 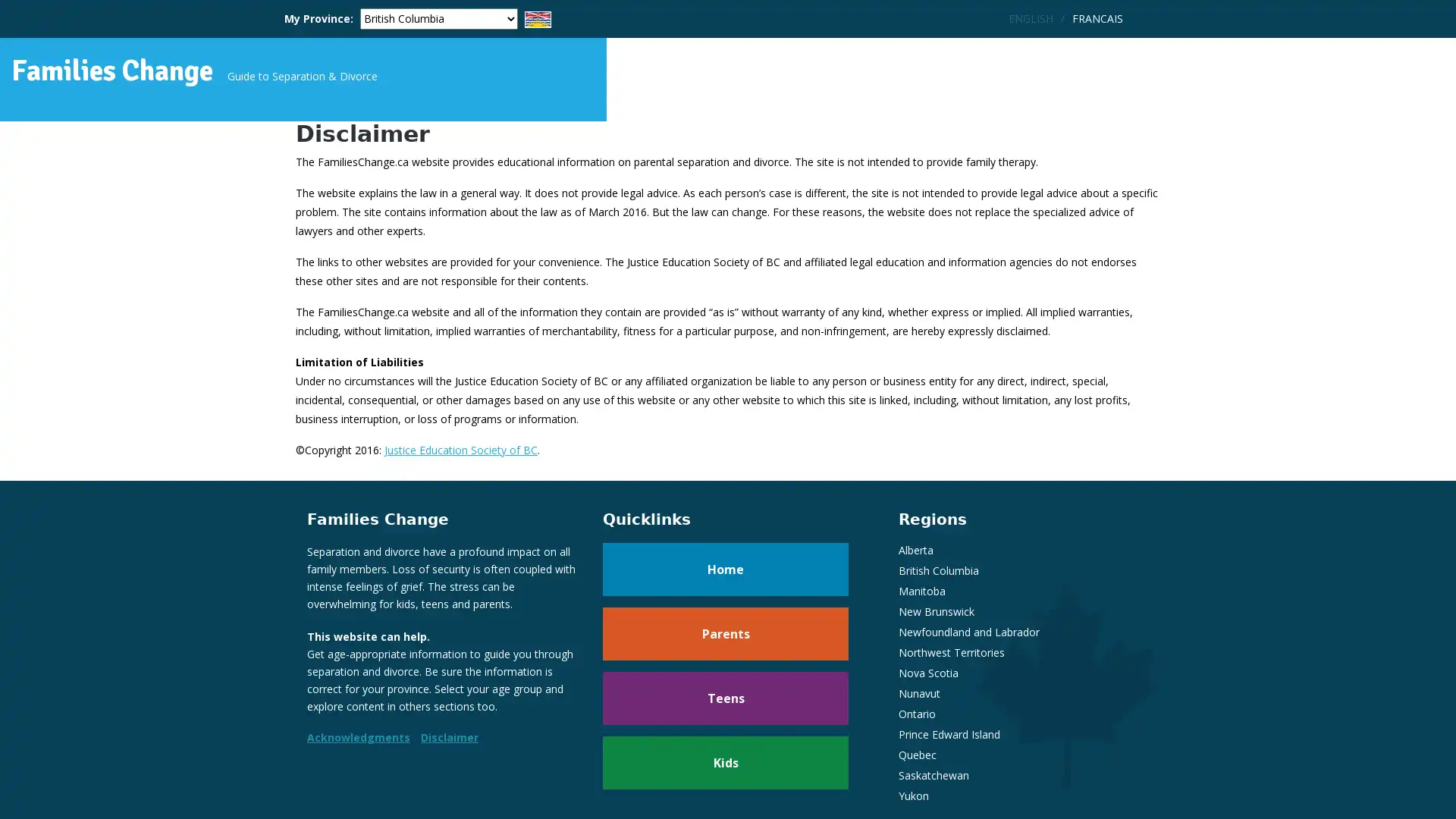 What do you see at coordinates (724, 648) in the screenshot?
I see `Parents` at bounding box center [724, 648].